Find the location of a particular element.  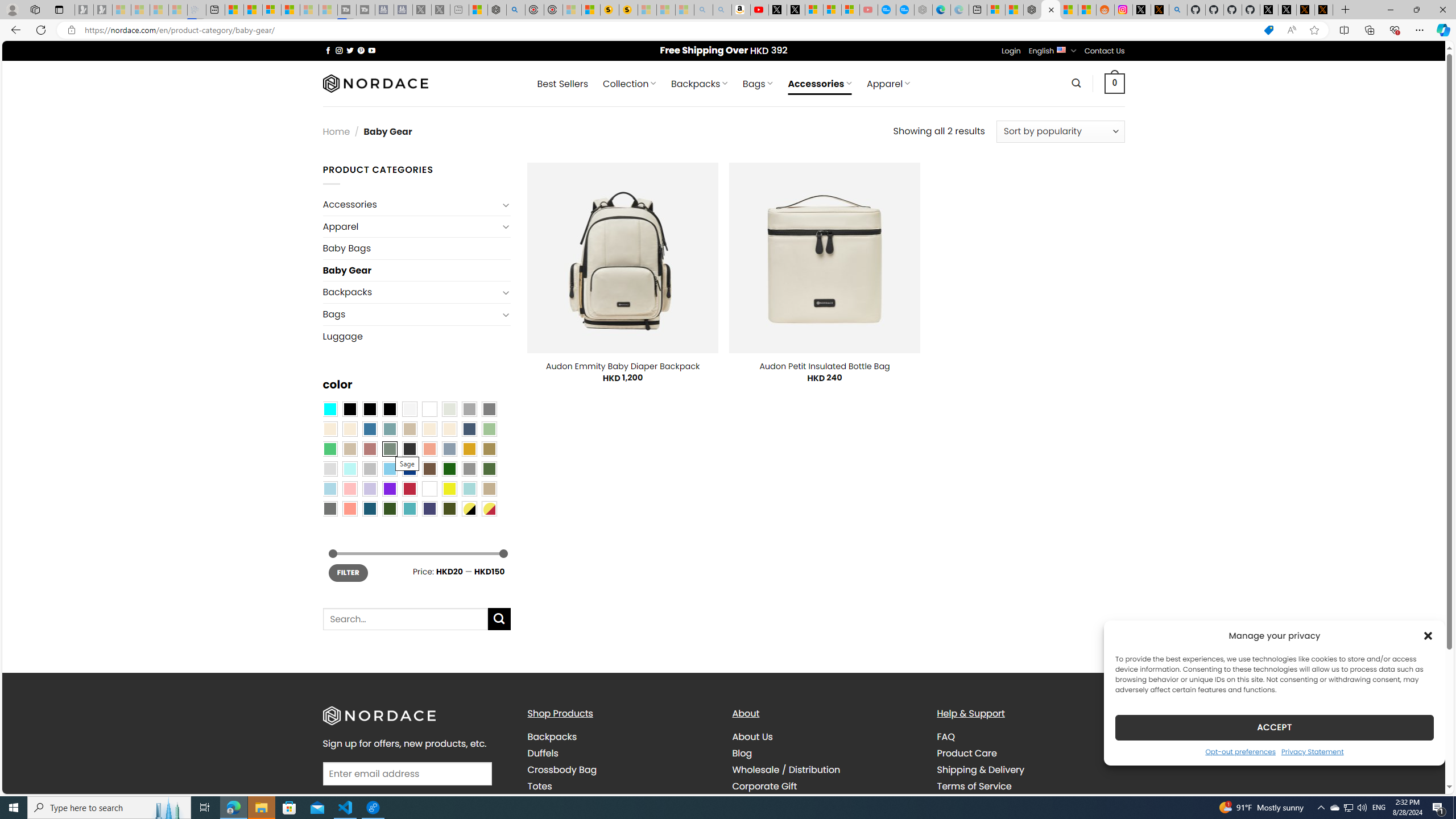

'Peach Pink' is located at coordinates (349, 508).